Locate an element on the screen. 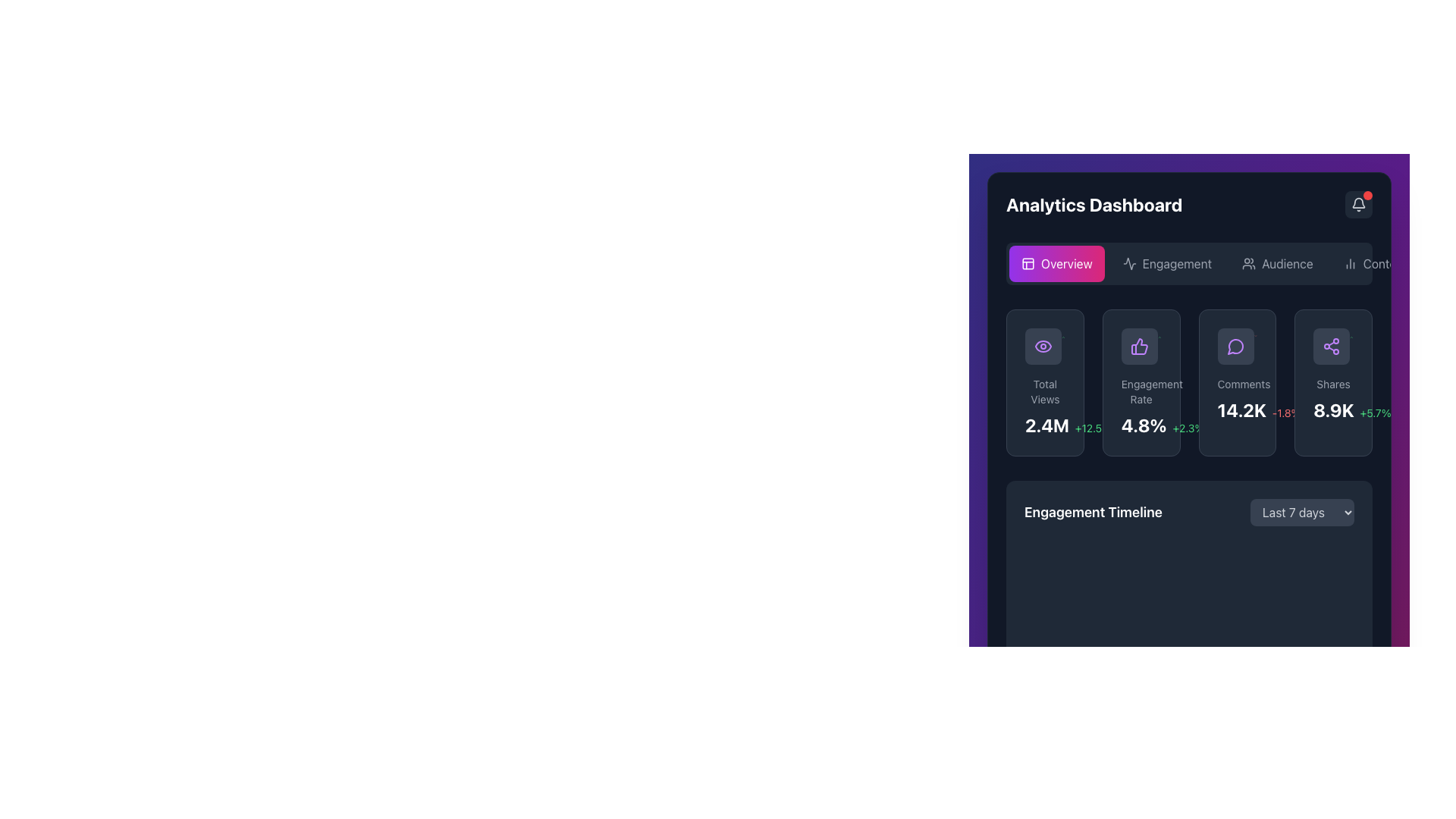  the layout icon located within the 'Overview' button in the header section of the dashboard interface is located at coordinates (1028, 262).